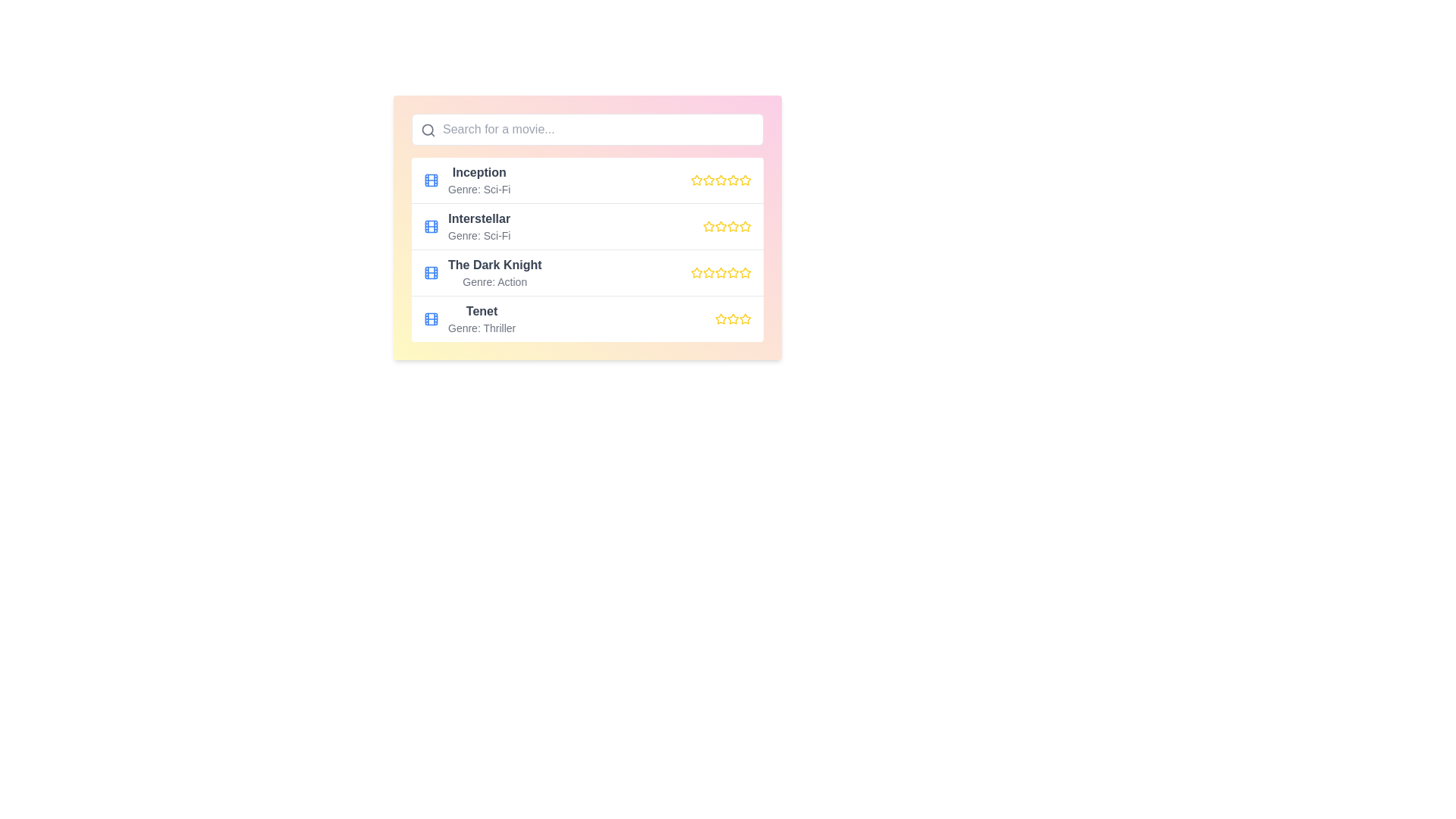  Describe the element at coordinates (708, 226) in the screenshot. I see `the second star in the rating row for the movie 'Interstellar'` at that location.